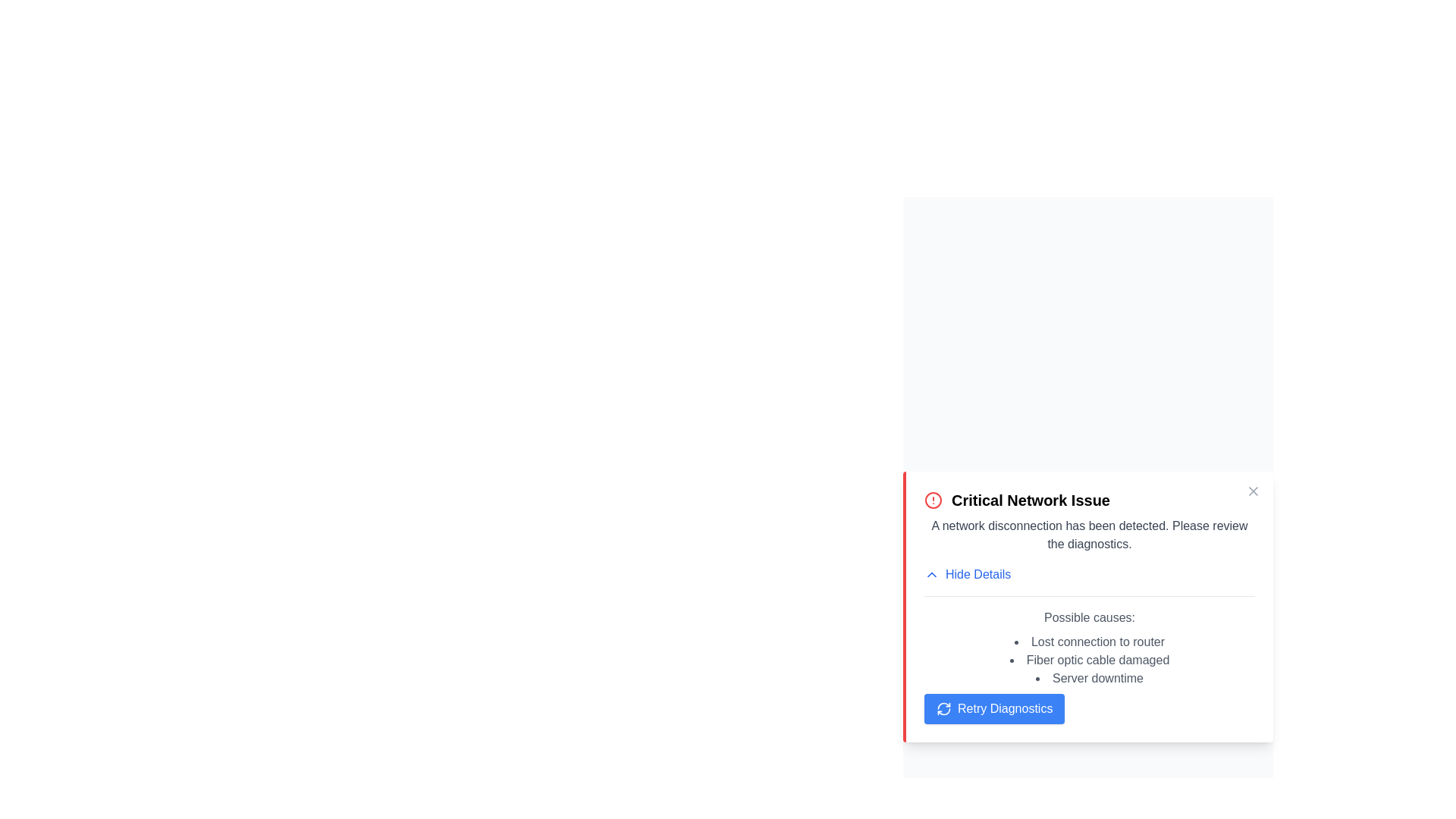 This screenshot has height=819, width=1456. I want to click on close button to dismiss the alert, so click(1253, 491).